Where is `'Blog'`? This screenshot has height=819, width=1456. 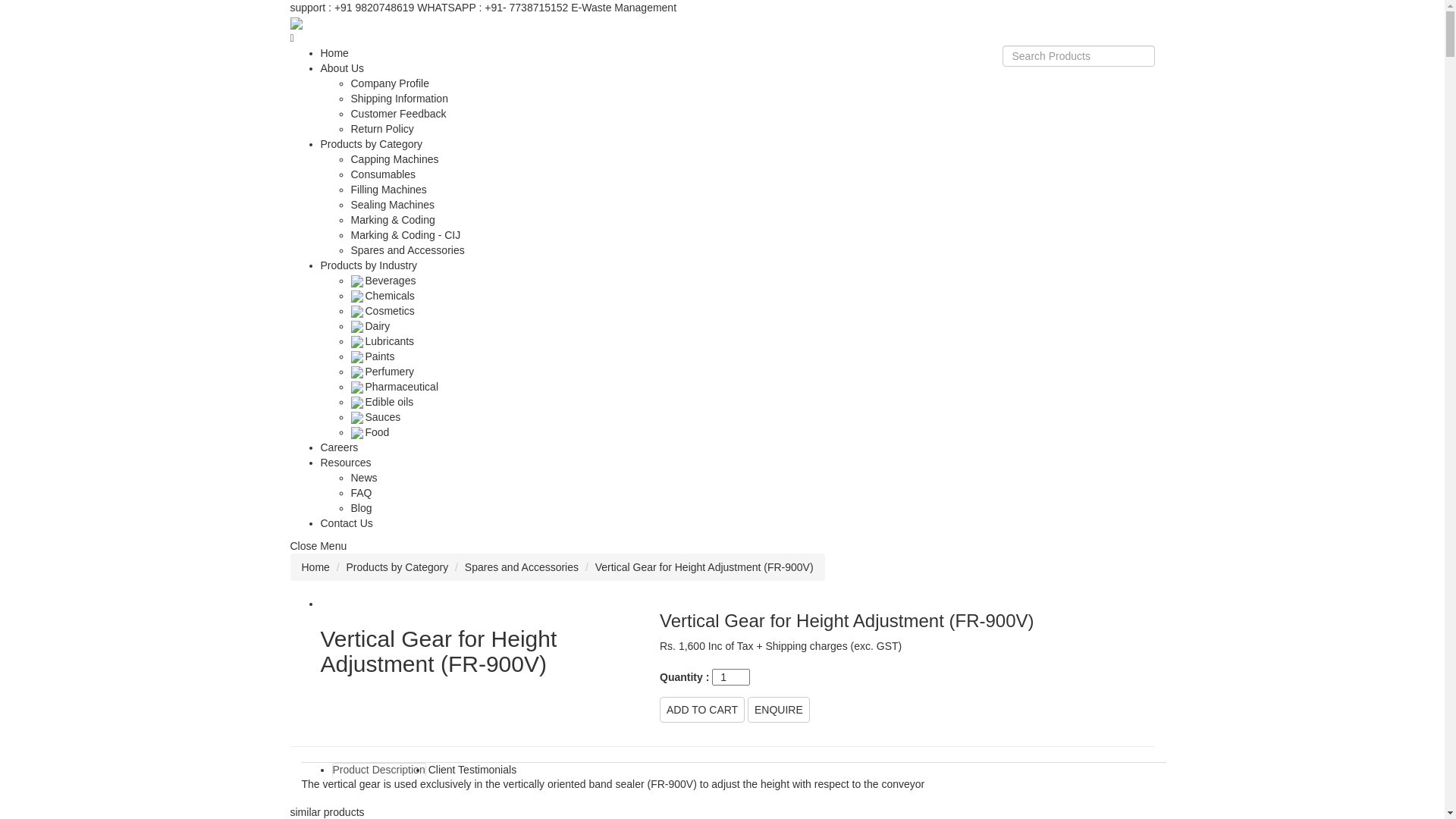
'Blog' is located at coordinates (349, 508).